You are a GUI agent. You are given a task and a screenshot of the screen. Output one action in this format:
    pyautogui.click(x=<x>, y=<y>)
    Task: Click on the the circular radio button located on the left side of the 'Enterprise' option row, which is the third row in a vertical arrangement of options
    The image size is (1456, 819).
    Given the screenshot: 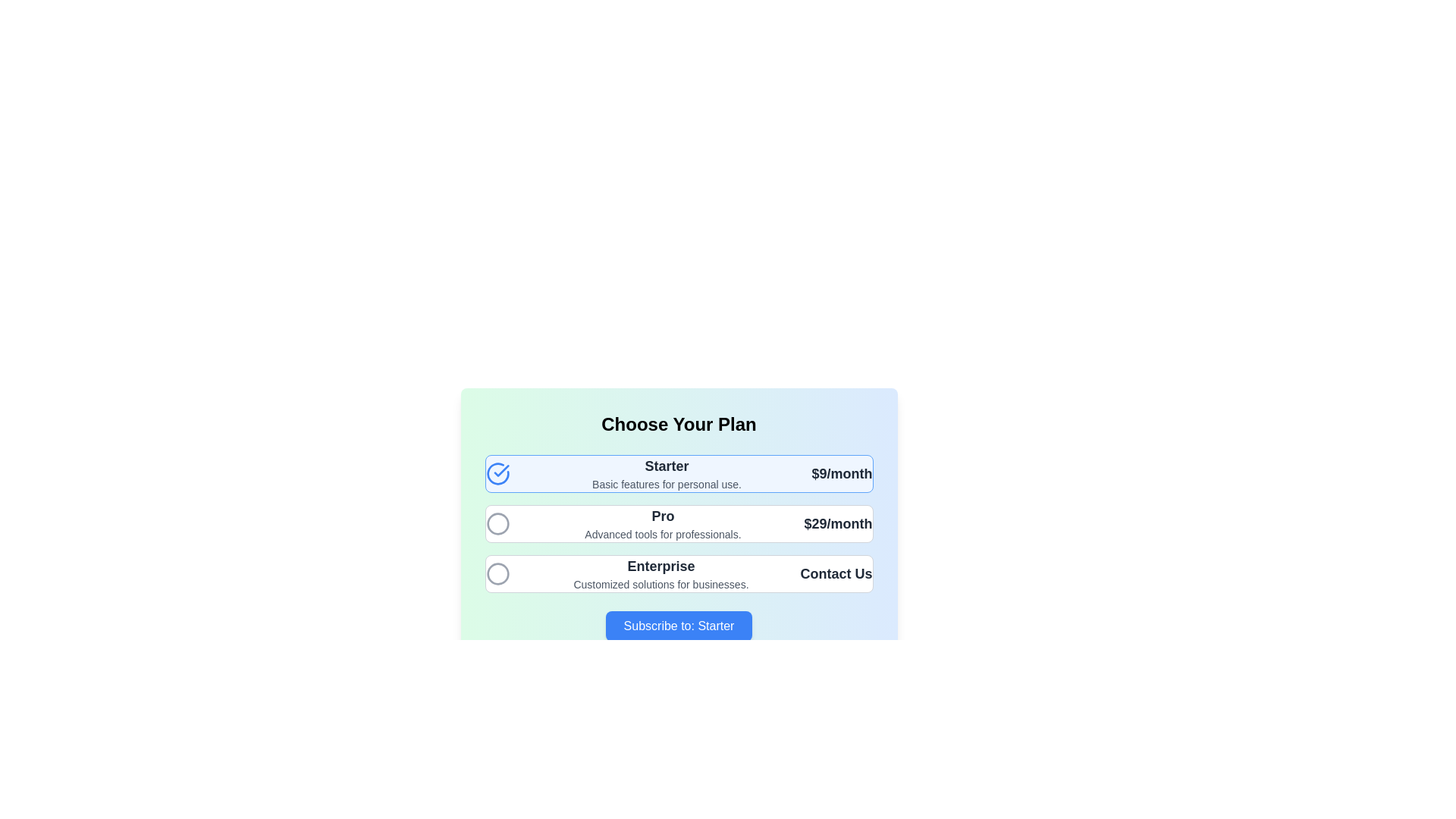 What is the action you would take?
    pyautogui.click(x=497, y=573)
    